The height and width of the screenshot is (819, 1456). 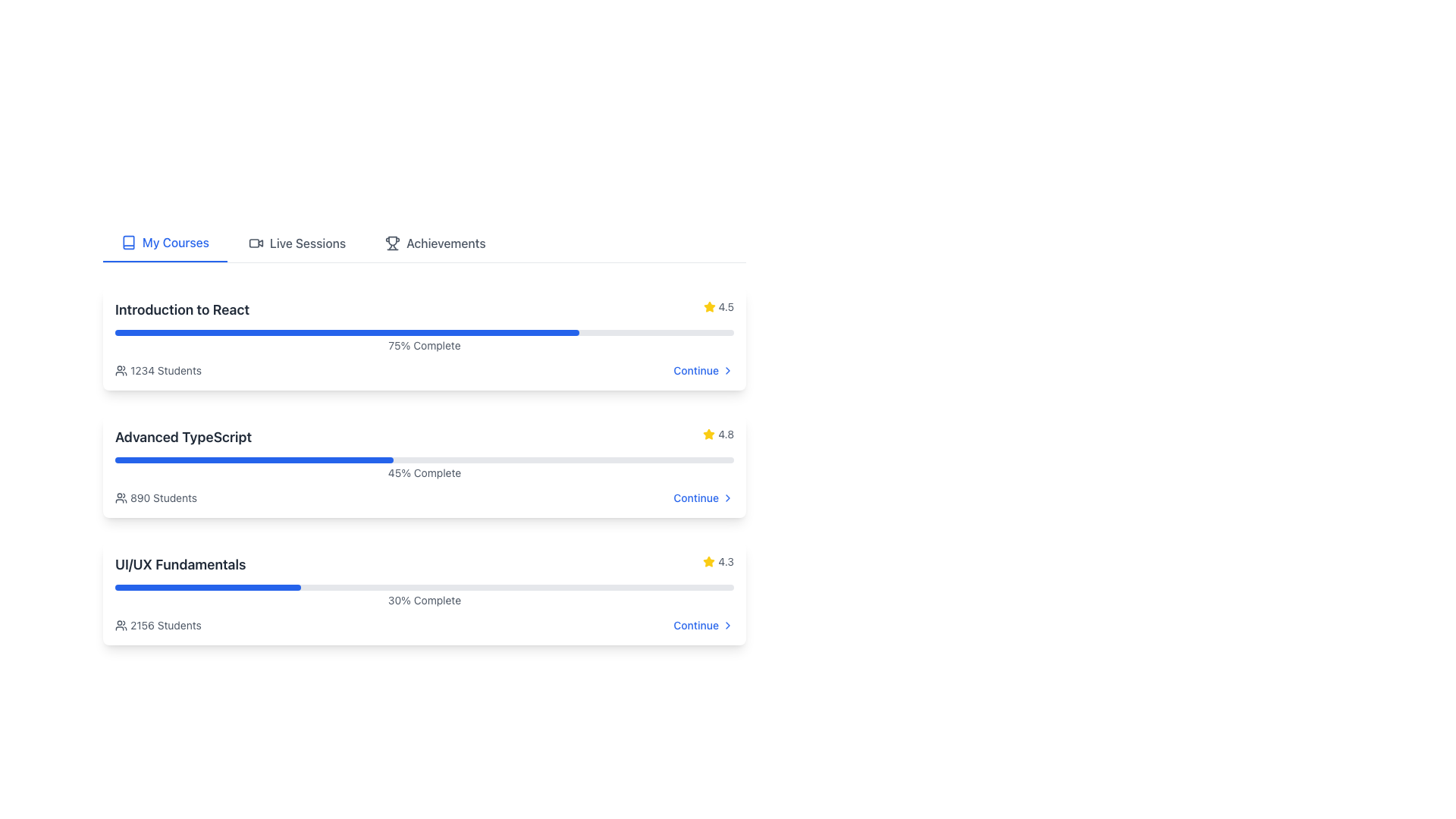 What do you see at coordinates (183, 438) in the screenshot?
I see `the course title label that serves as a heading, positioned at the beginning of the course items list` at bounding box center [183, 438].